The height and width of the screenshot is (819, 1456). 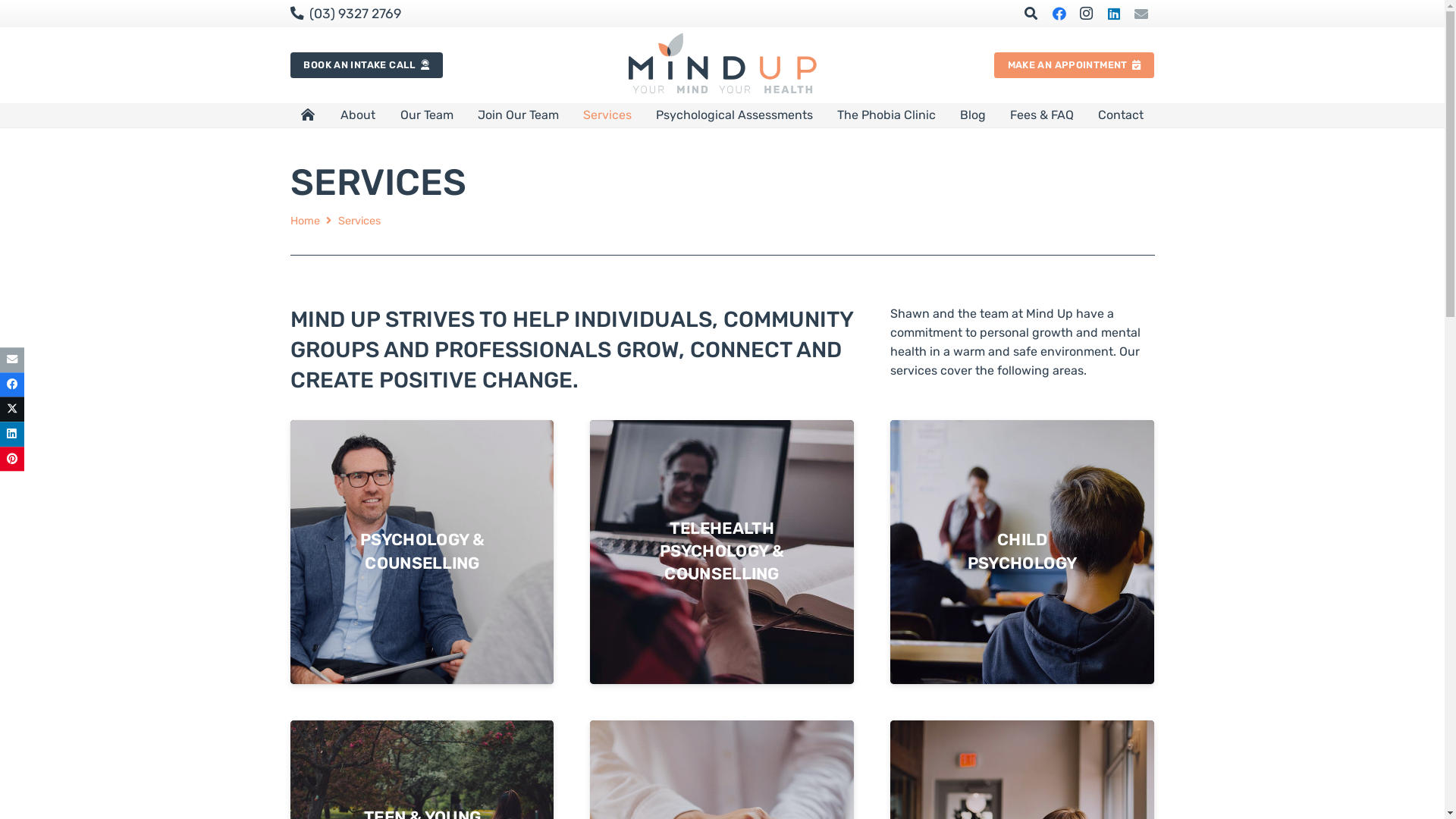 I want to click on 'Tweet this', so click(x=11, y=409).